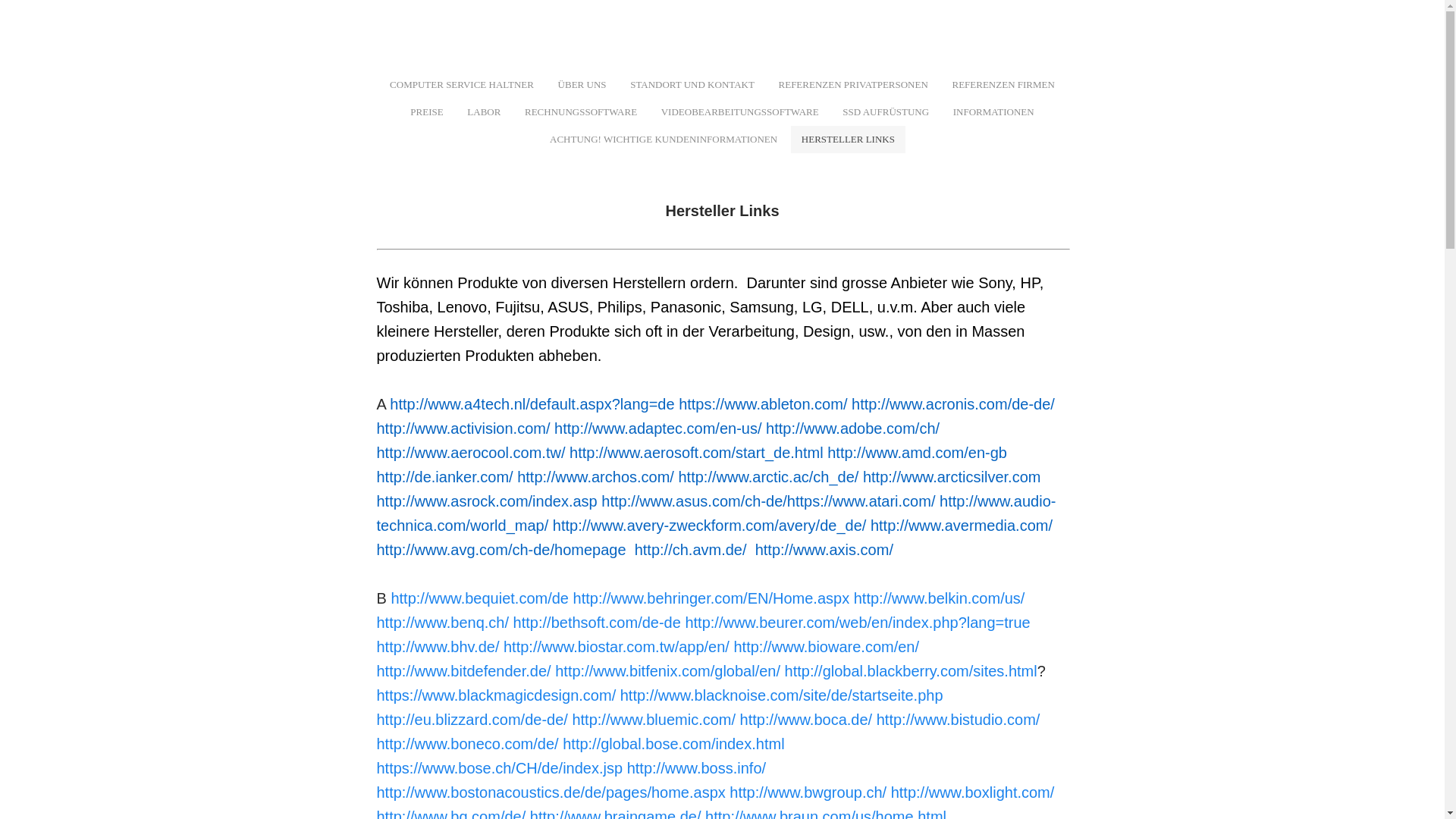 This screenshot has height=819, width=1456. I want to click on 'http://www.boneco.com/de/', so click(466, 742).